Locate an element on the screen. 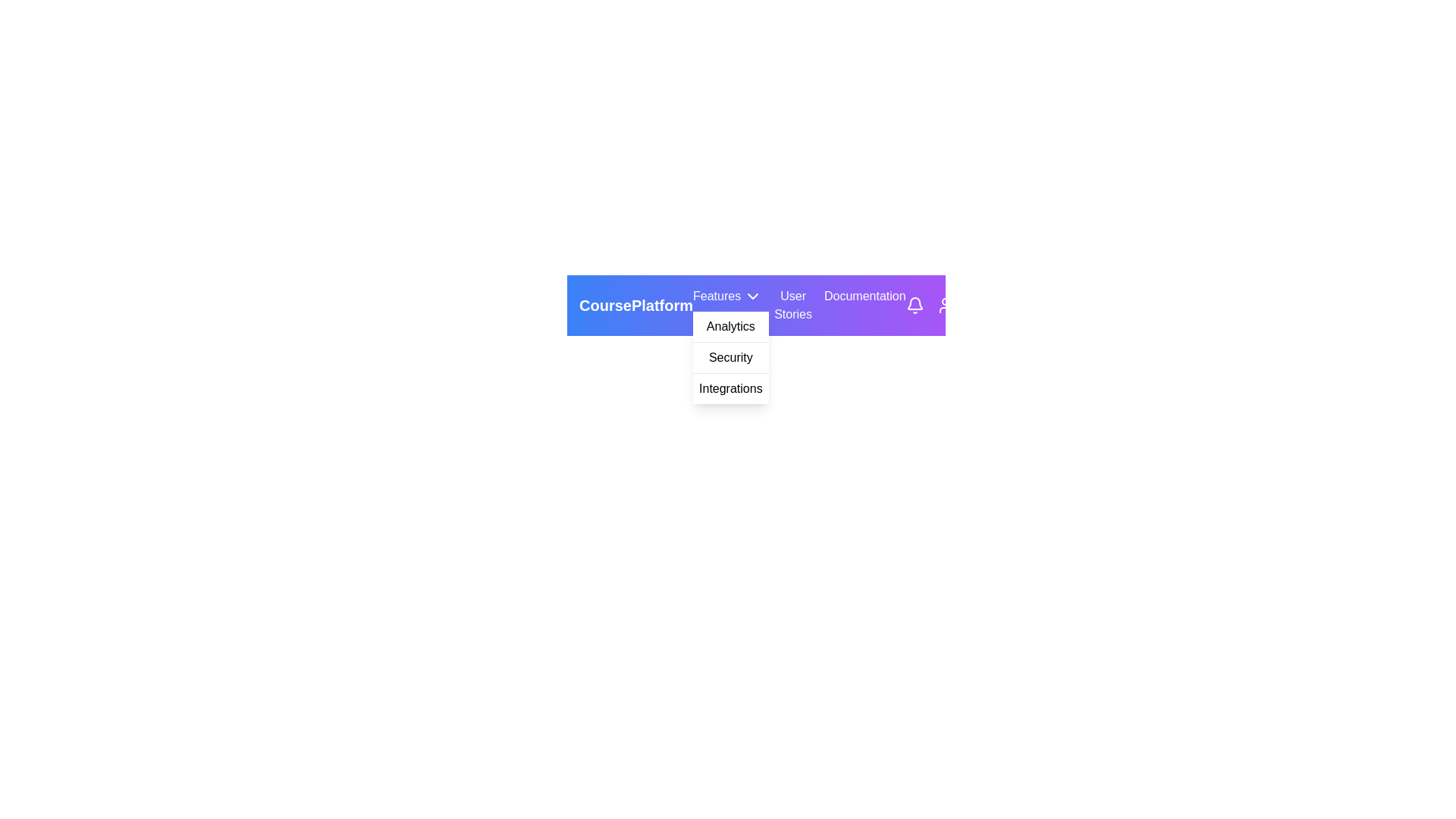 This screenshot has width=1456, height=819. the 'Features' dropdown menu trigger is located at coordinates (726, 305).